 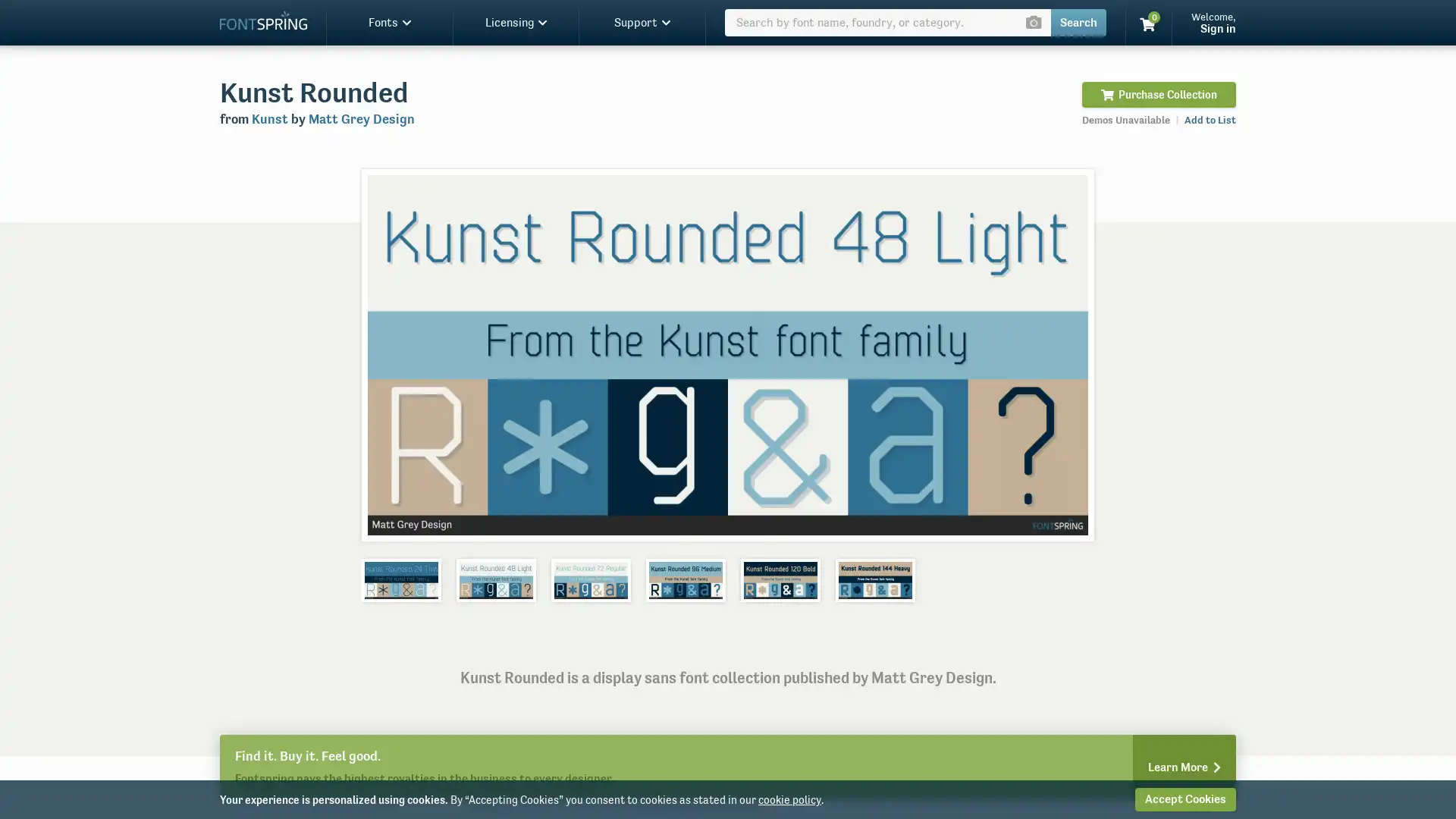 I want to click on Purchase Collection, so click(x=1158, y=94).